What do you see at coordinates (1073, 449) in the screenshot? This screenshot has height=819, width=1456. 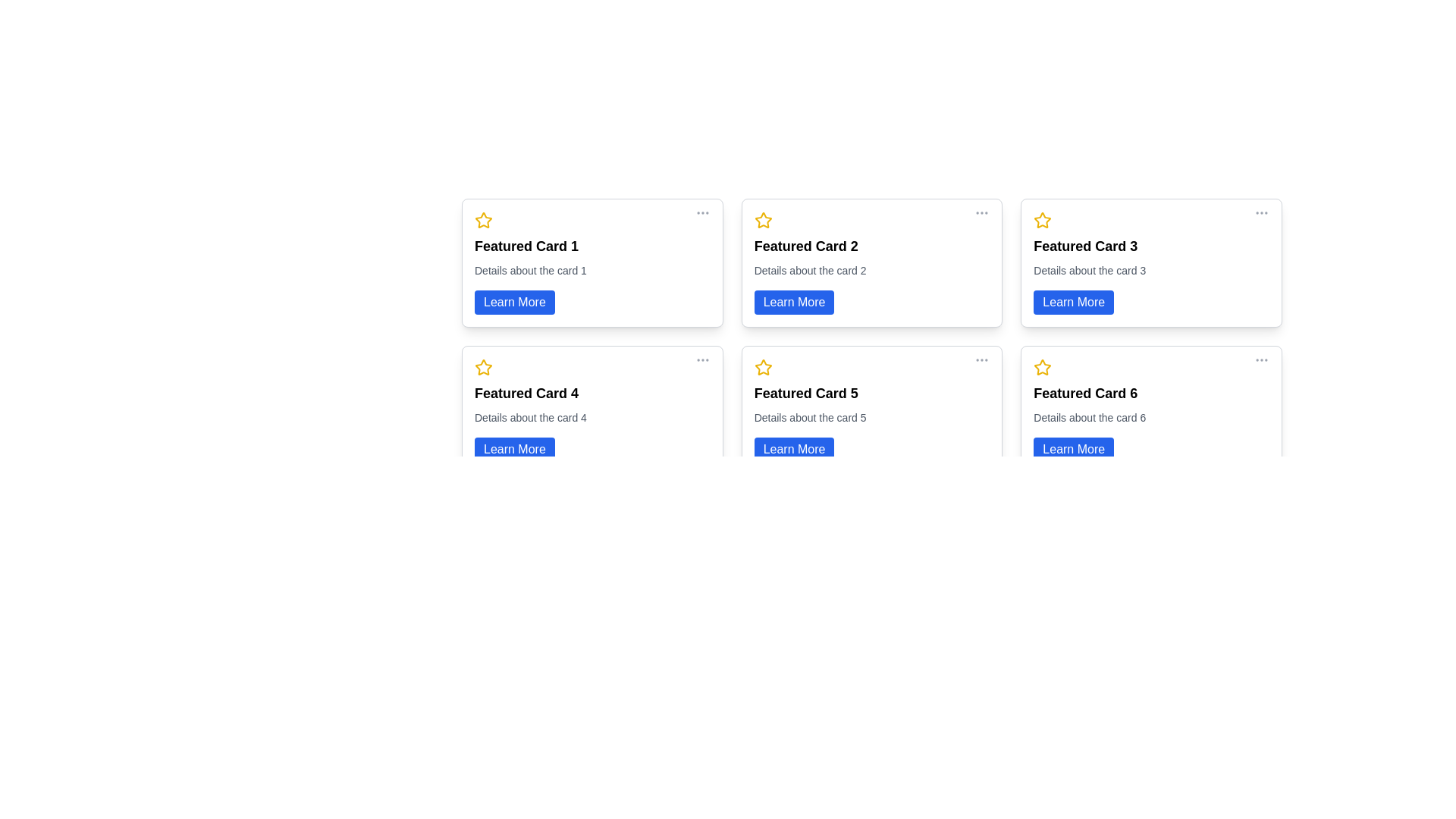 I see `the action button located at the bottom of the 'Featured Card 6'` at bounding box center [1073, 449].